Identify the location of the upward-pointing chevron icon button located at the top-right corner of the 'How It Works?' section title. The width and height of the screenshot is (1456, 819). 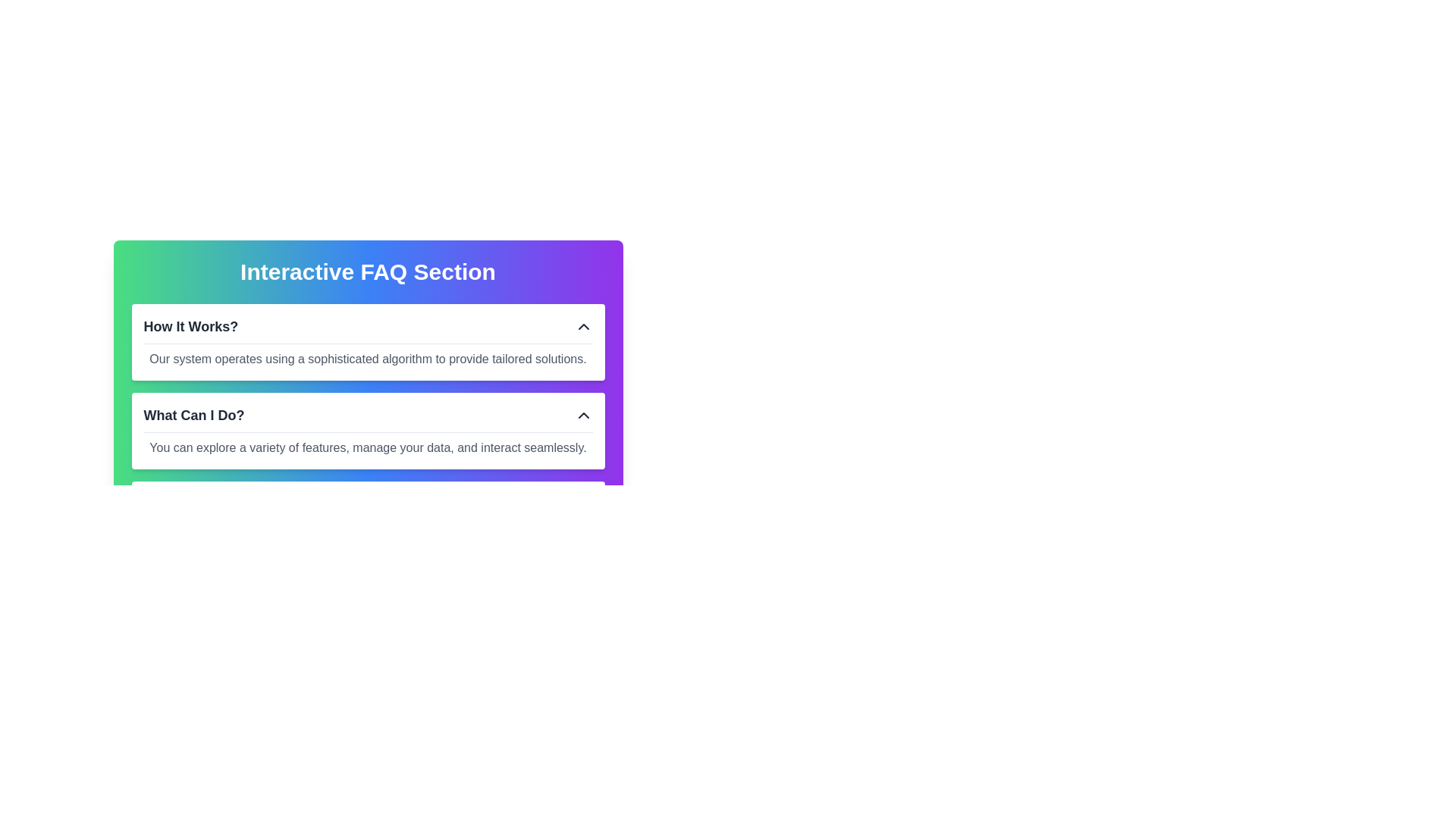
(582, 326).